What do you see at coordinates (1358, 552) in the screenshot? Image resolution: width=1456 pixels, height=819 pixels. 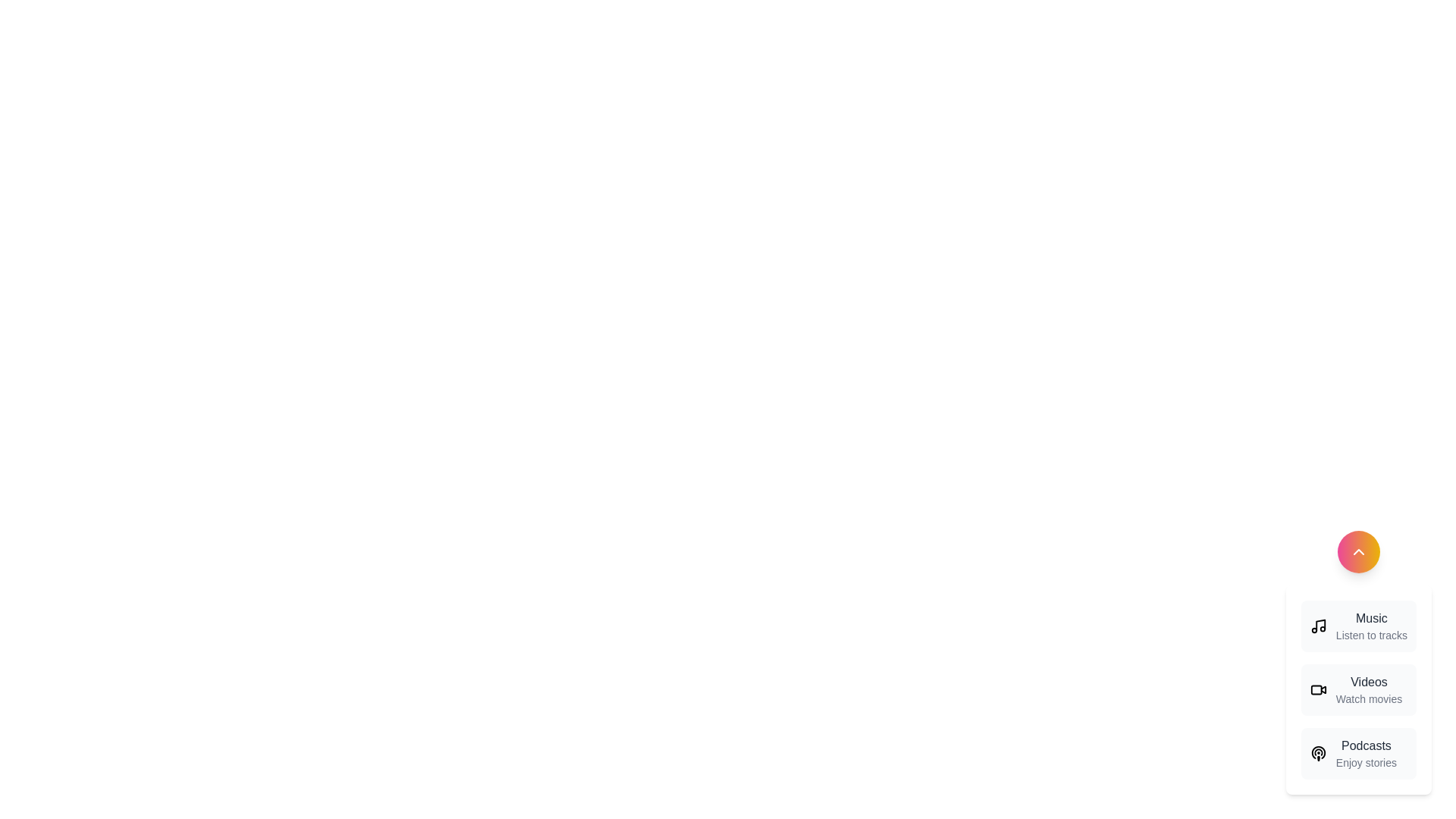 I see `the toggle button to close the speed dial menu` at bounding box center [1358, 552].